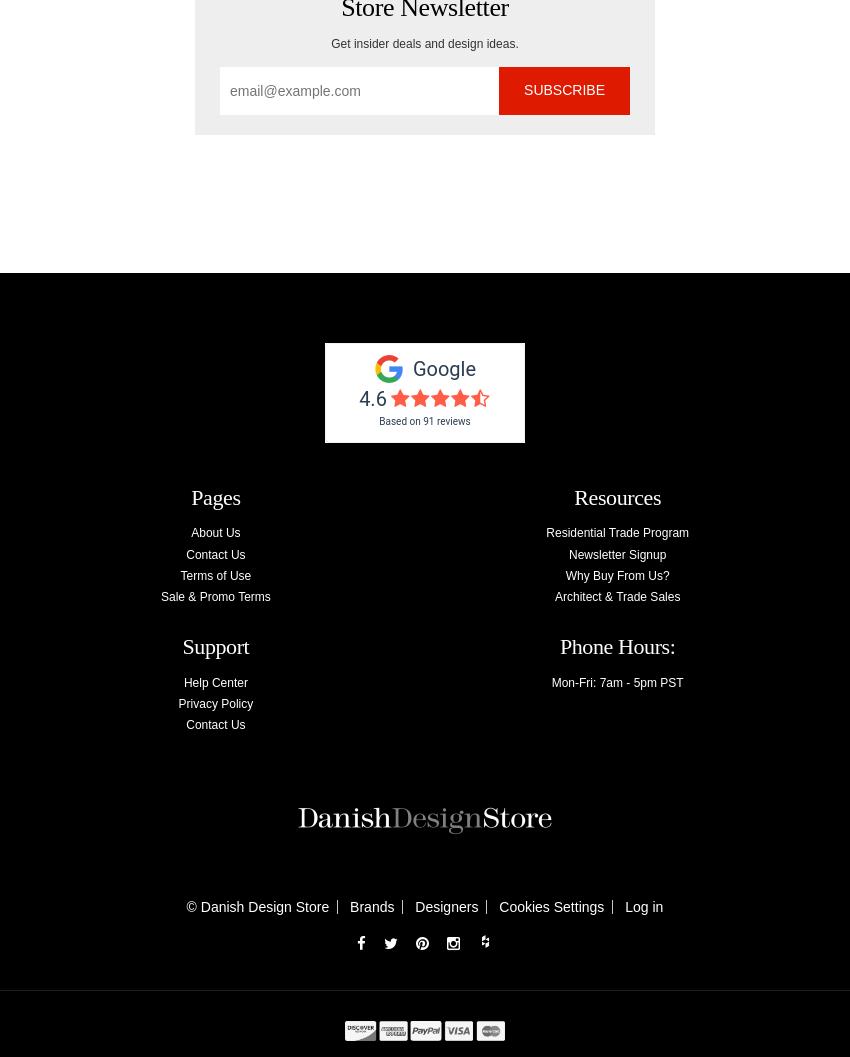 The width and height of the screenshot is (850, 1057). Describe the element at coordinates (371, 396) in the screenshot. I see `'4.6'` at that location.